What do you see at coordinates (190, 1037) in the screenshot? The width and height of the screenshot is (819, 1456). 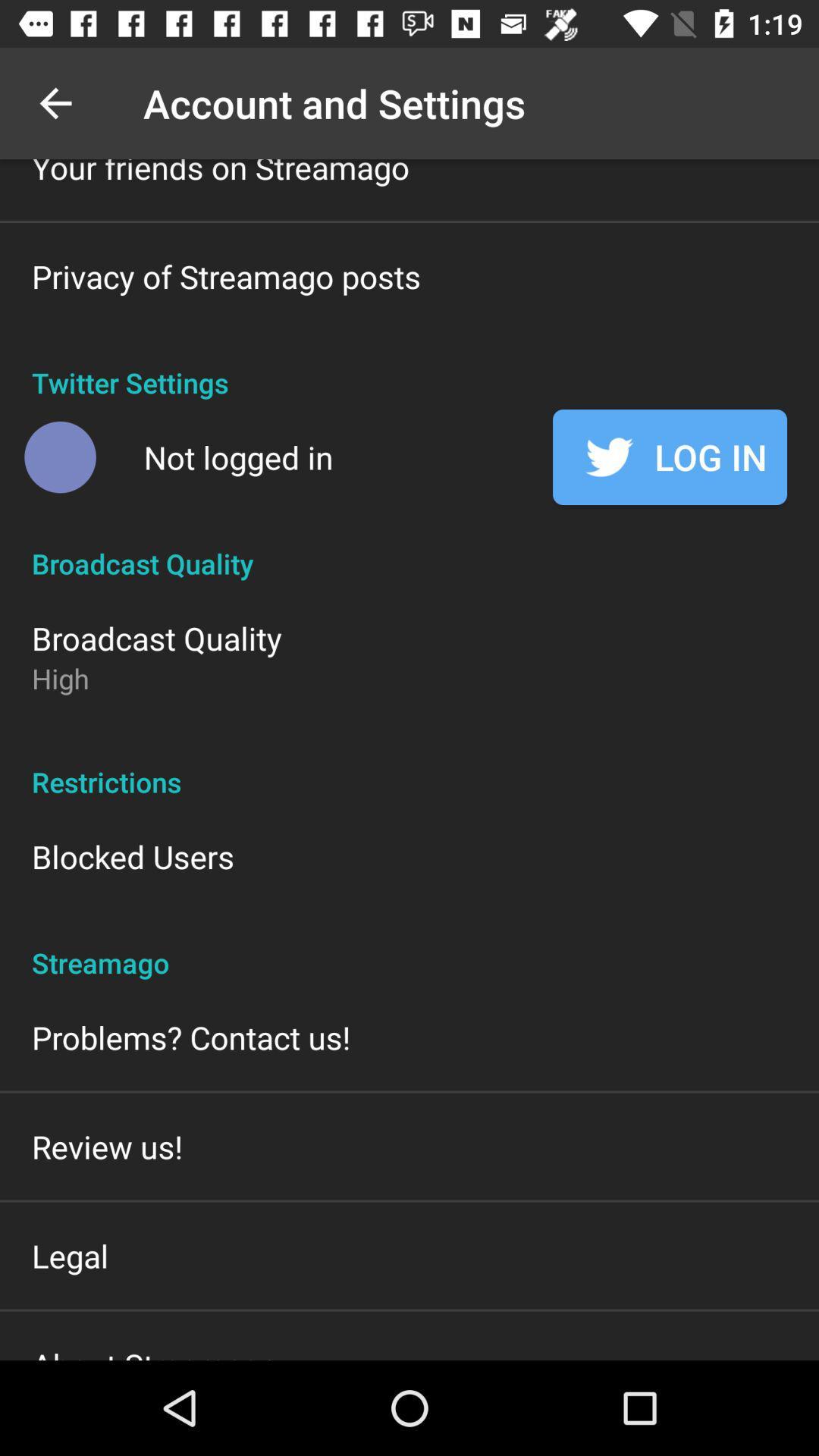 I see `the item above the review us!` at bounding box center [190, 1037].